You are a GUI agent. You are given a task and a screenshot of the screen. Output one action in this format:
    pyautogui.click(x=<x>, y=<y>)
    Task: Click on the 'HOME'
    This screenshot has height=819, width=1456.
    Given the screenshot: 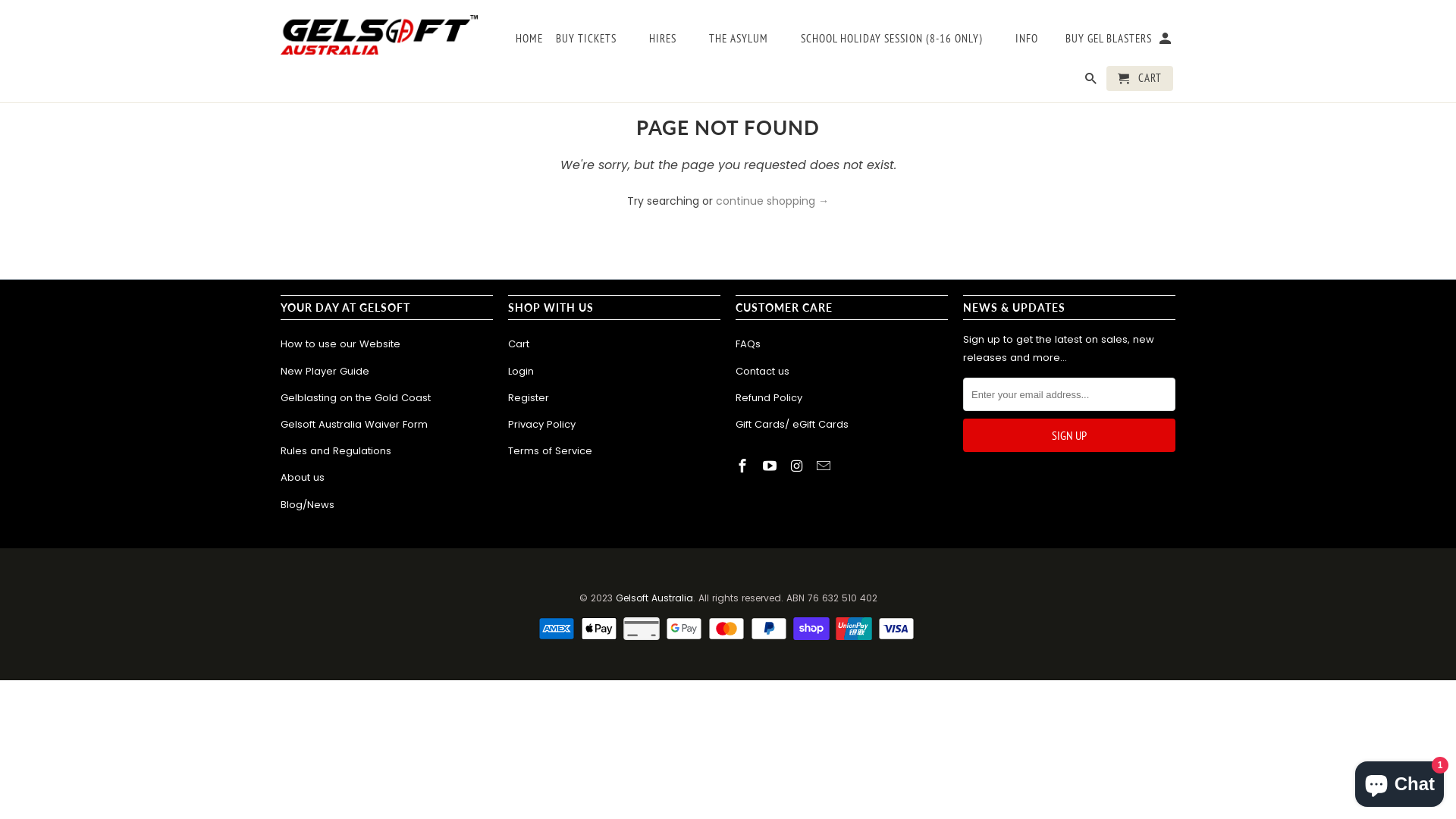 What is the action you would take?
    pyautogui.click(x=529, y=40)
    